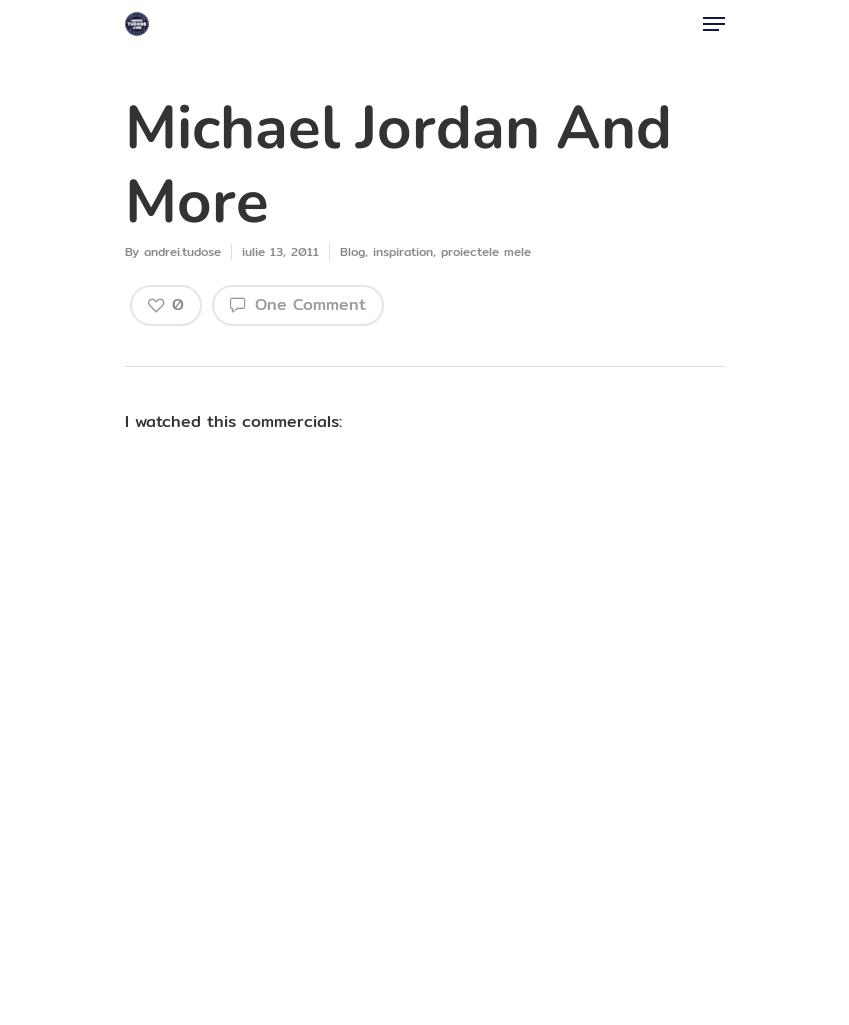  What do you see at coordinates (231, 420) in the screenshot?
I see `'I watched this commercials:'` at bounding box center [231, 420].